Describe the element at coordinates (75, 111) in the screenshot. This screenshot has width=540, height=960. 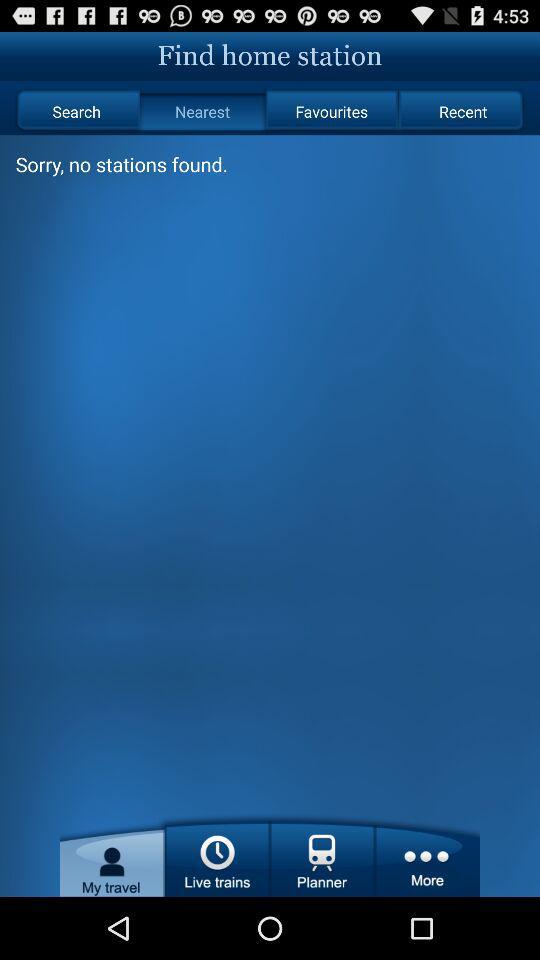
I see `icon next to the nearest icon` at that location.